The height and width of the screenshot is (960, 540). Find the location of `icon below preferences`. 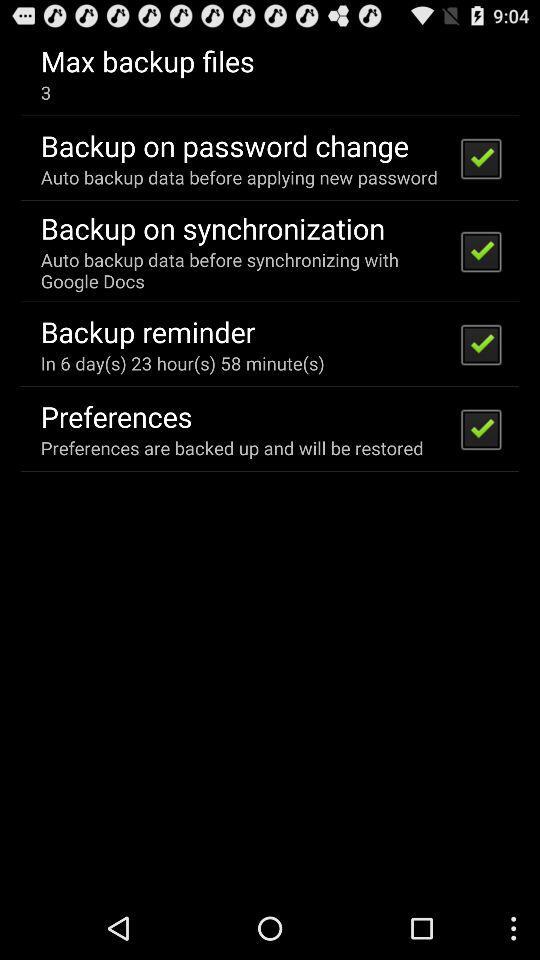

icon below preferences is located at coordinates (231, 448).